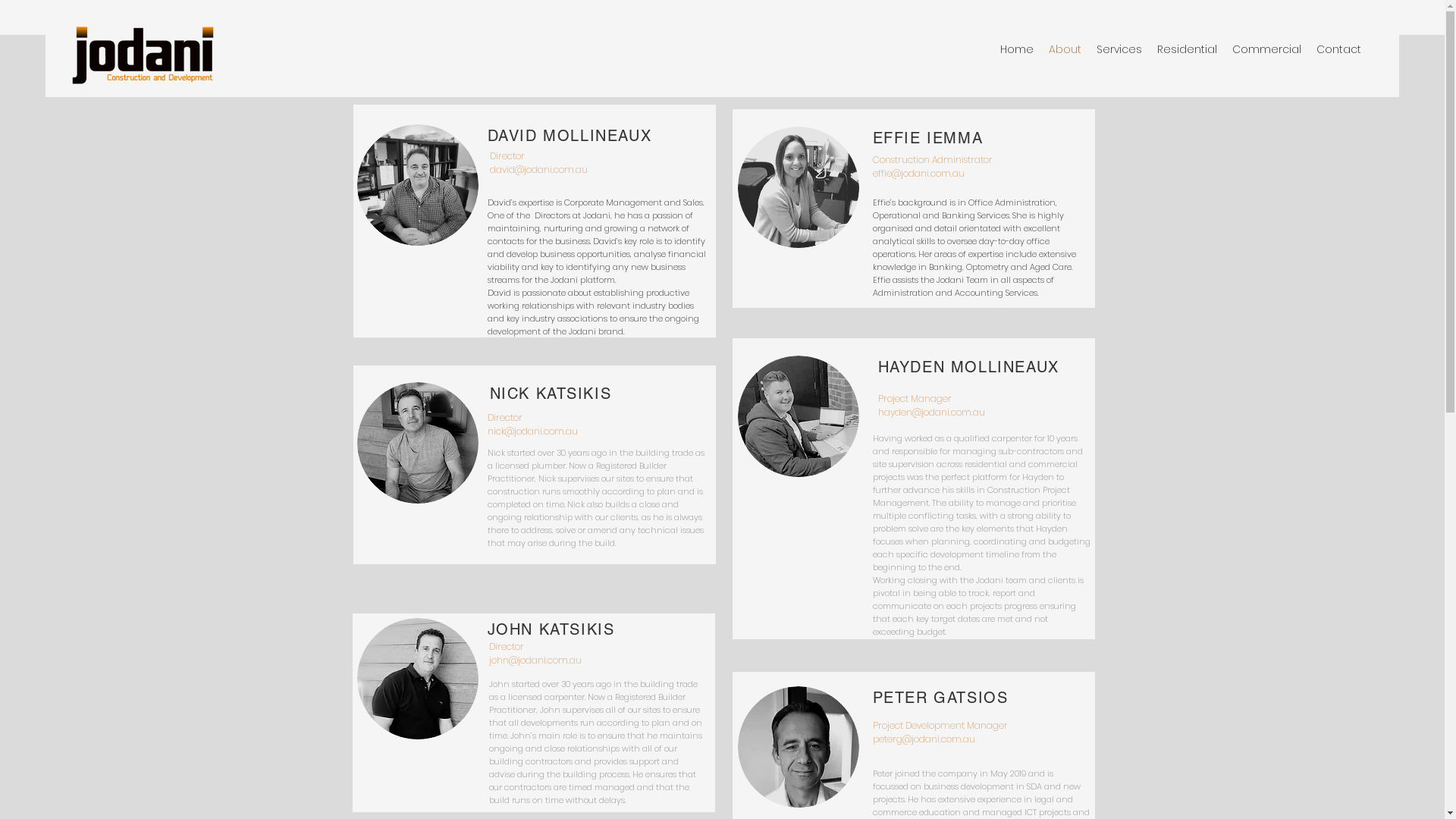 The image size is (1456, 819). Describe the element at coordinates (1064, 49) in the screenshot. I see `'About'` at that location.